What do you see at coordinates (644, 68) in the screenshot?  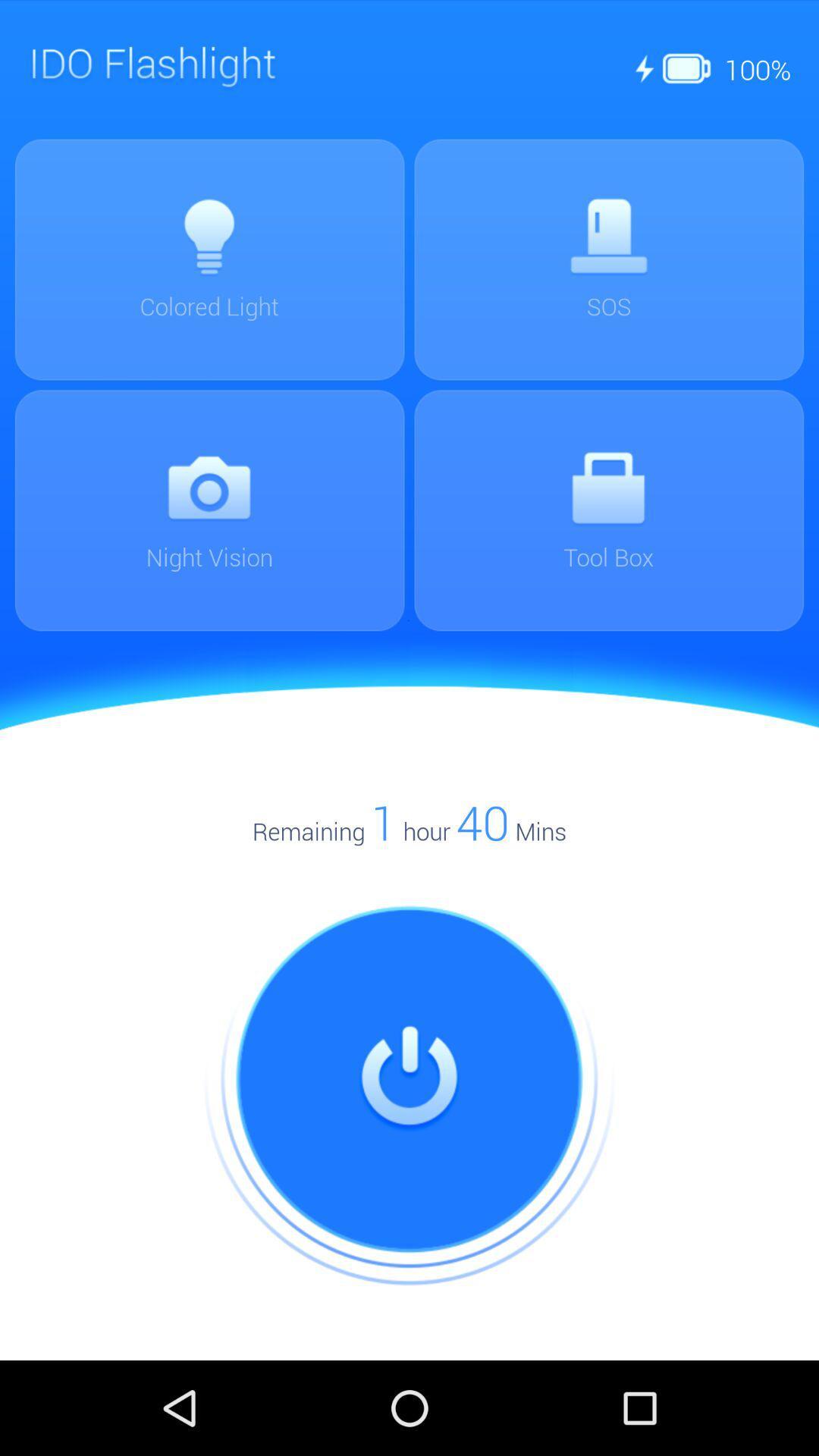 I see `first the icon at the top right corner` at bounding box center [644, 68].